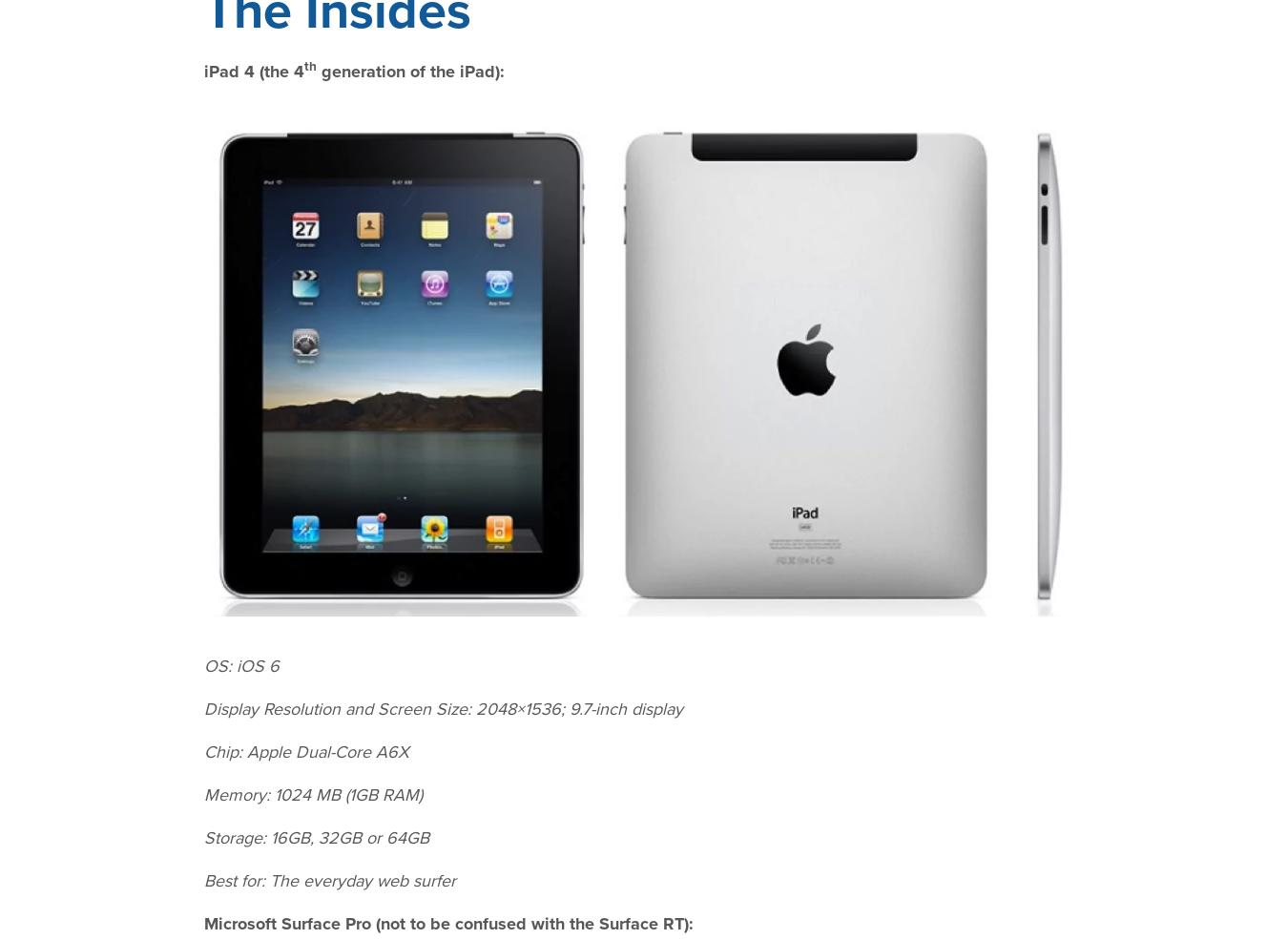 This screenshot has height=940, width=1288. Describe the element at coordinates (317, 571) in the screenshot. I see `'AIS Leads App-in-a-Day (AIAD) Workshop at Microsoft Reston'` at that location.